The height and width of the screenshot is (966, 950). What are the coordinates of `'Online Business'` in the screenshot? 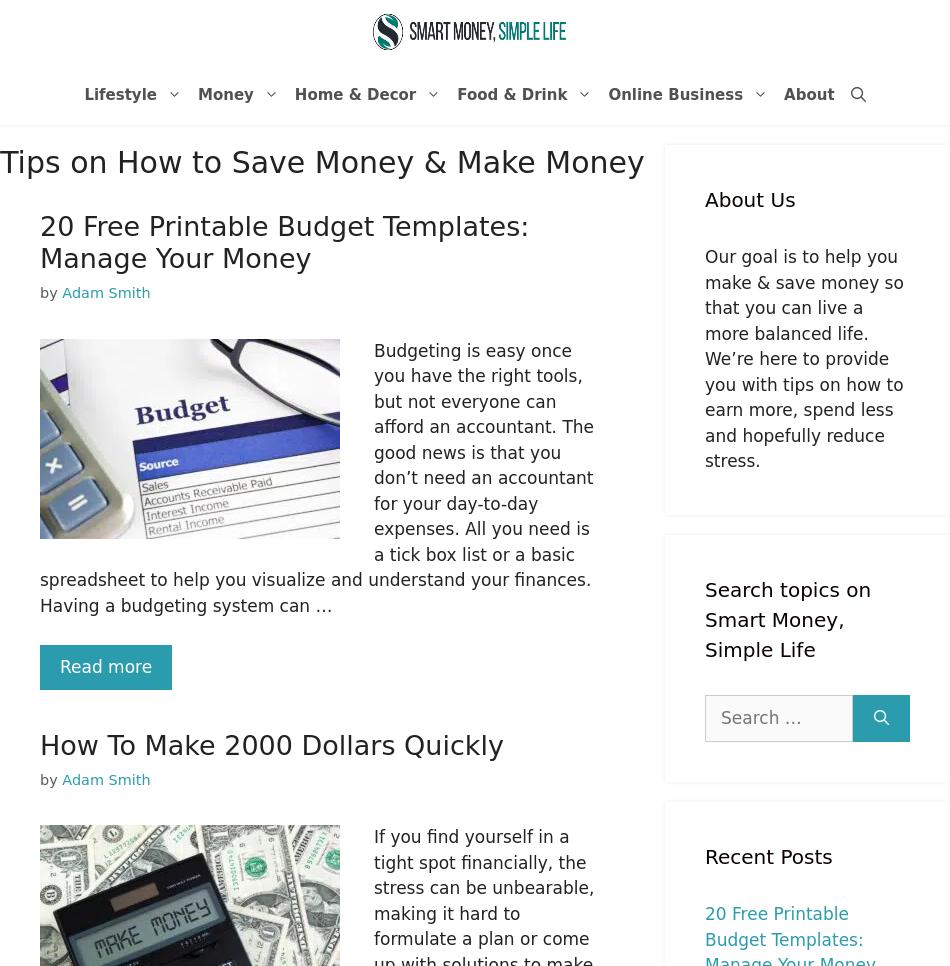 It's located at (675, 93).